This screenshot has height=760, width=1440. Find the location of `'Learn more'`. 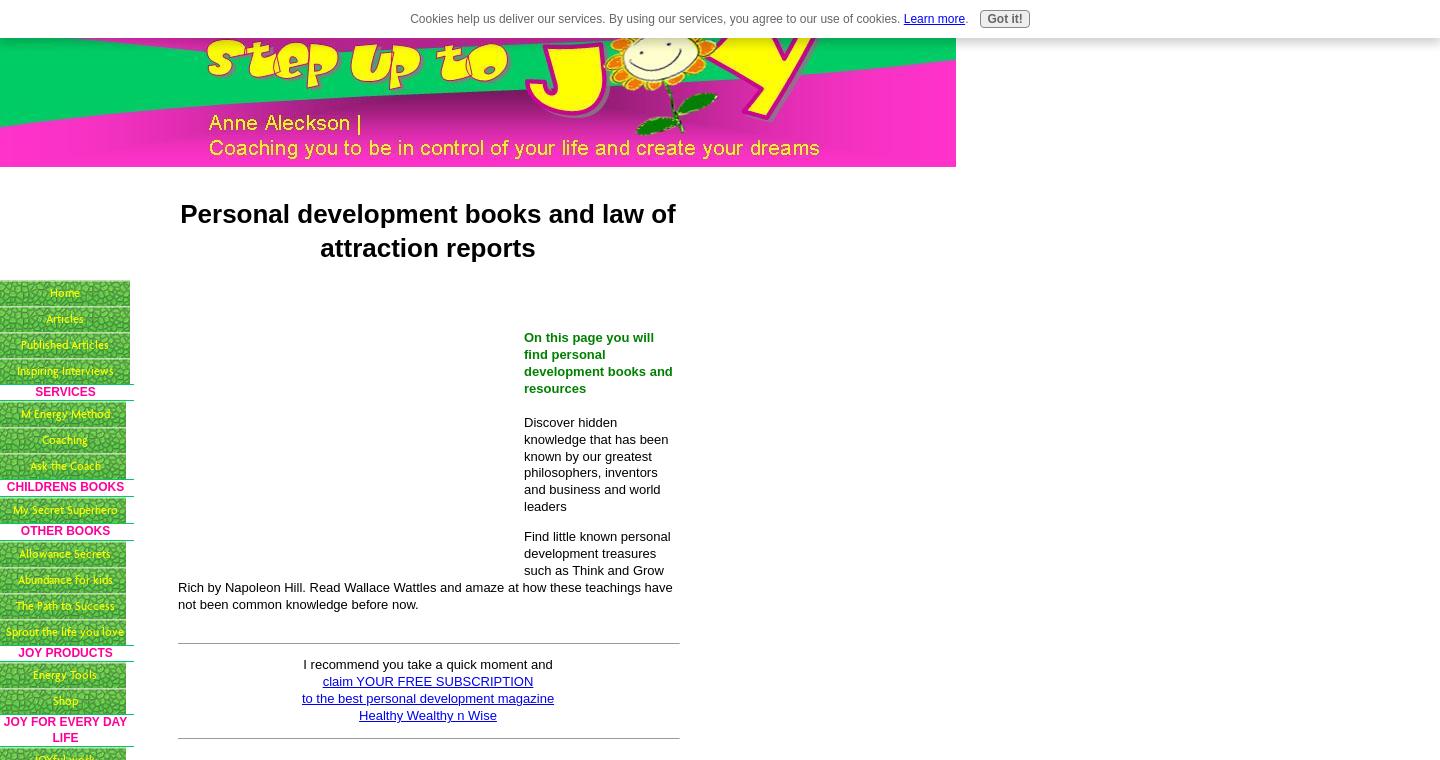

'Learn more' is located at coordinates (903, 18).